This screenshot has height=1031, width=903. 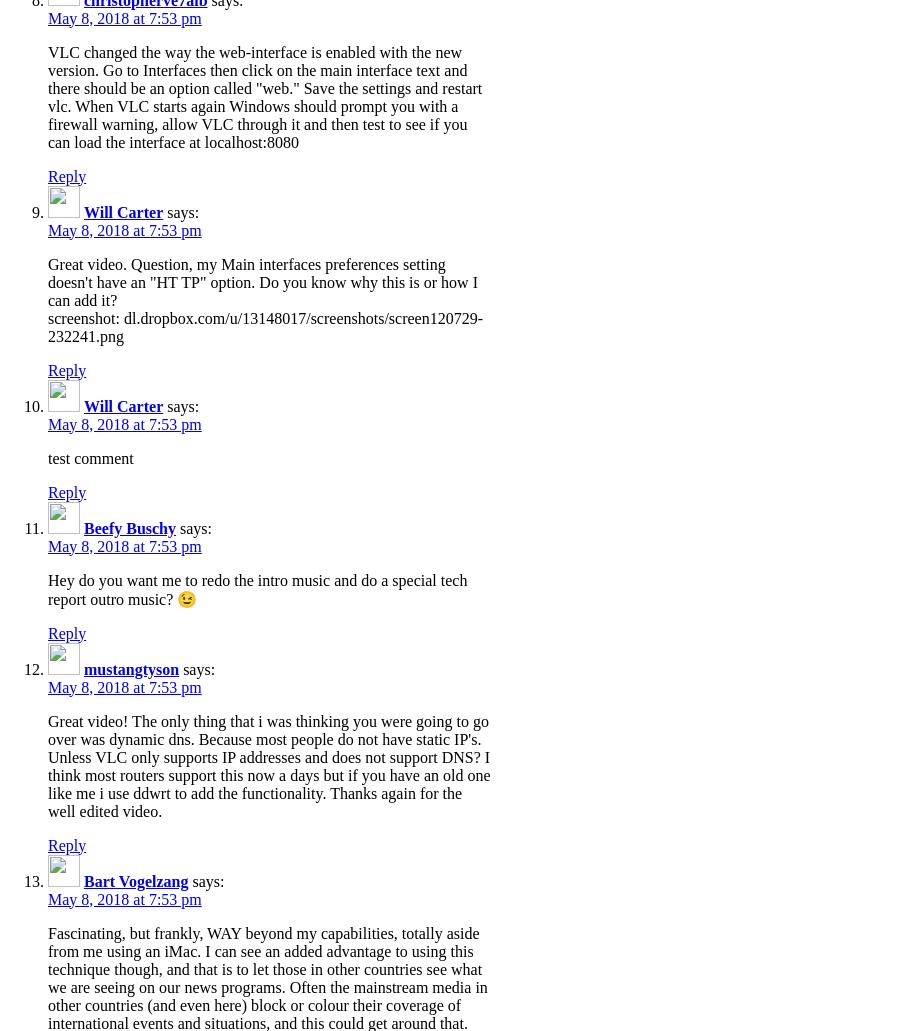 What do you see at coordinates (47, 96) in the screenshot?
I see `'VLC changed the way the web-interface is enabled with the new version. Go to Interfaces then click on the main interface text and there should be an option called "web." Save the settings and restart vlc. When VLC starts again Windows should prompt you with a firewall warning, allow VLC through it and then test to see if you can load the interface at localhost:8080'` at bounding box center [47, 96].